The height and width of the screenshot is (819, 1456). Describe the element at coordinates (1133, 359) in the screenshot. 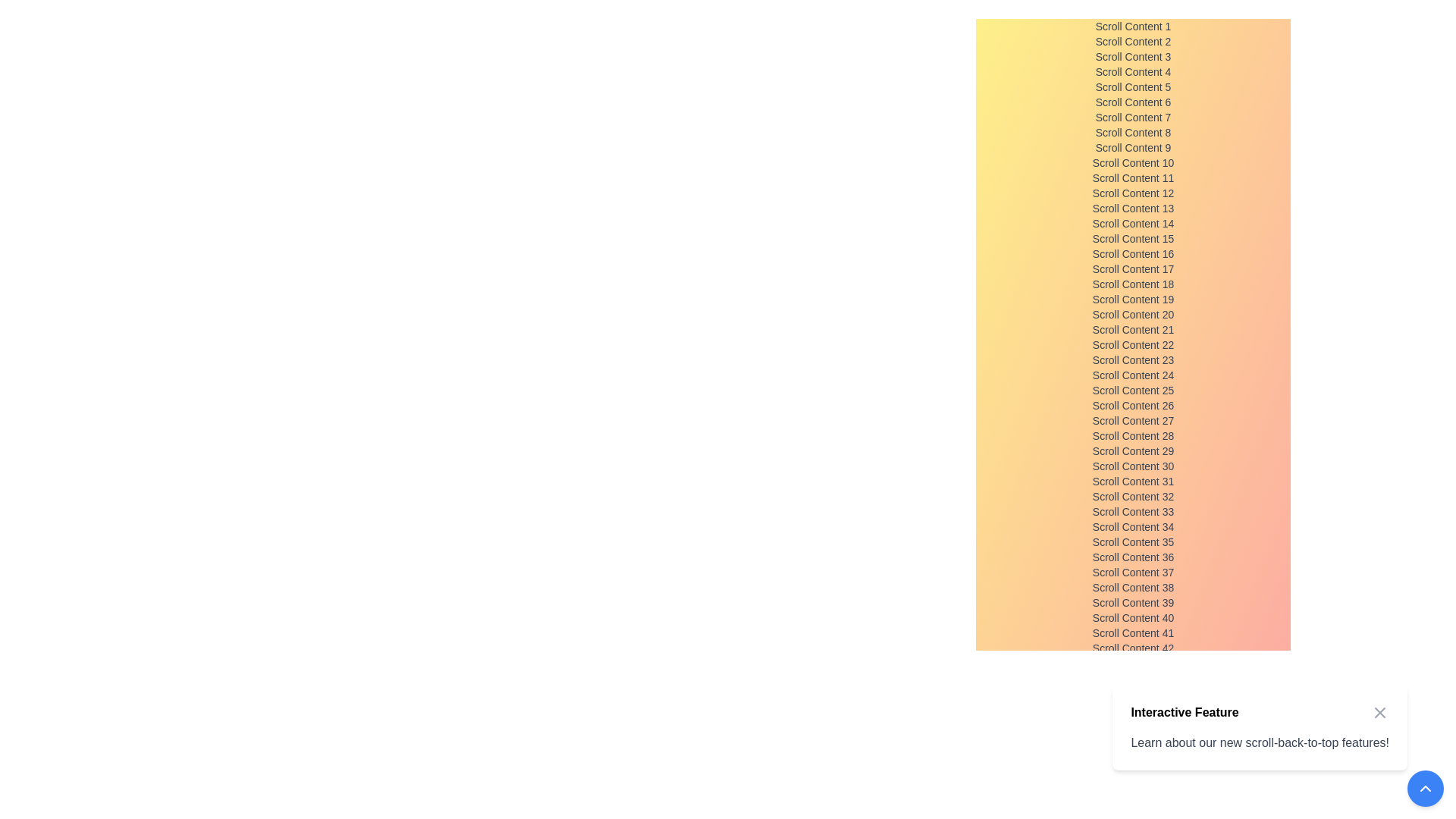

I see `the text label displaying 'Scroll Content 23', which is the 23rd item in a vertical scrollable list` at that location.